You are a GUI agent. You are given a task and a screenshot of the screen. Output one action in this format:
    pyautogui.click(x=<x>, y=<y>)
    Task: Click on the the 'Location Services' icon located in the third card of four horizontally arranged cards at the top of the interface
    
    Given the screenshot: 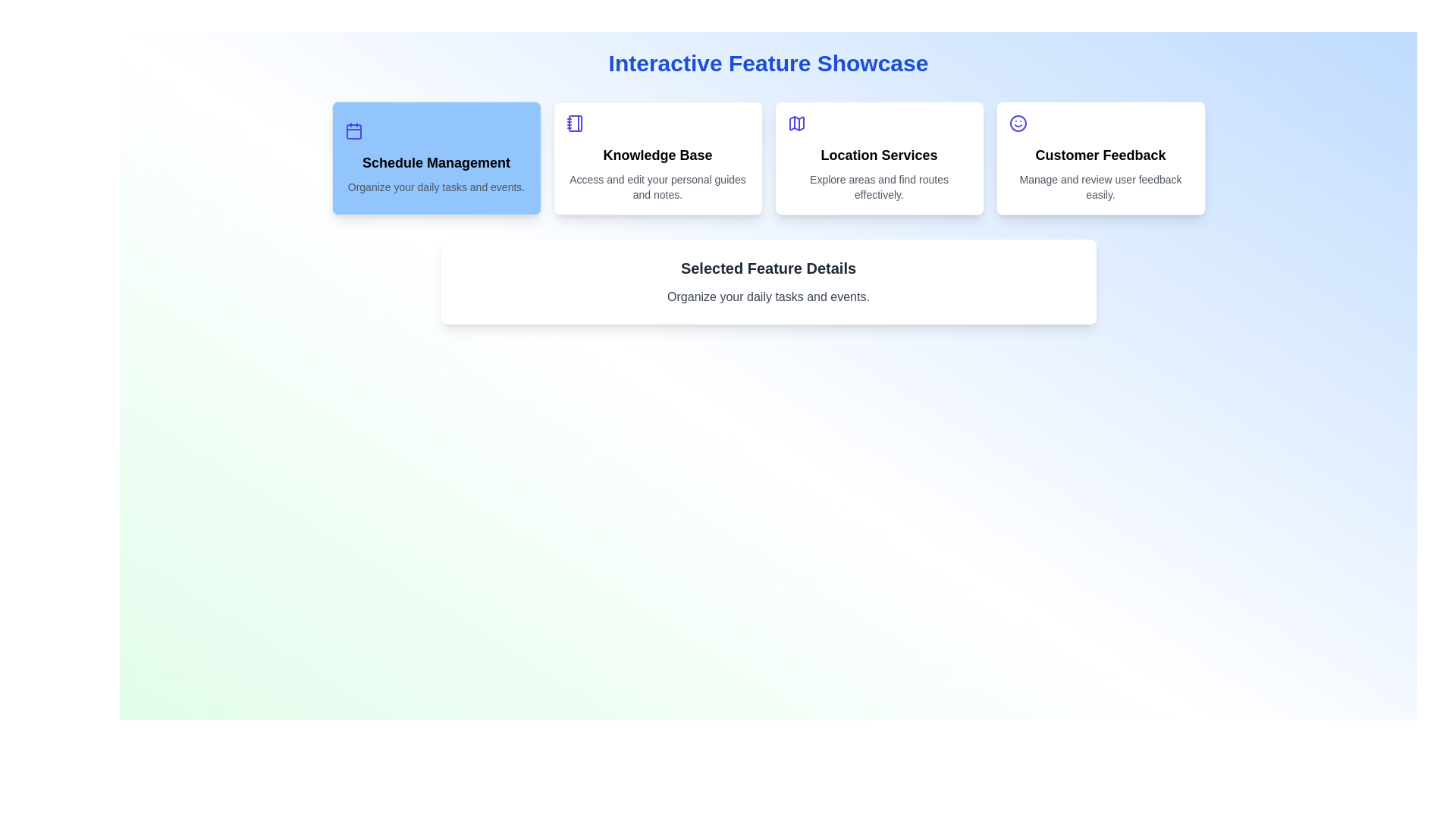 What is the action you would take?
    pyautogui.click(x=795, y=122)
    